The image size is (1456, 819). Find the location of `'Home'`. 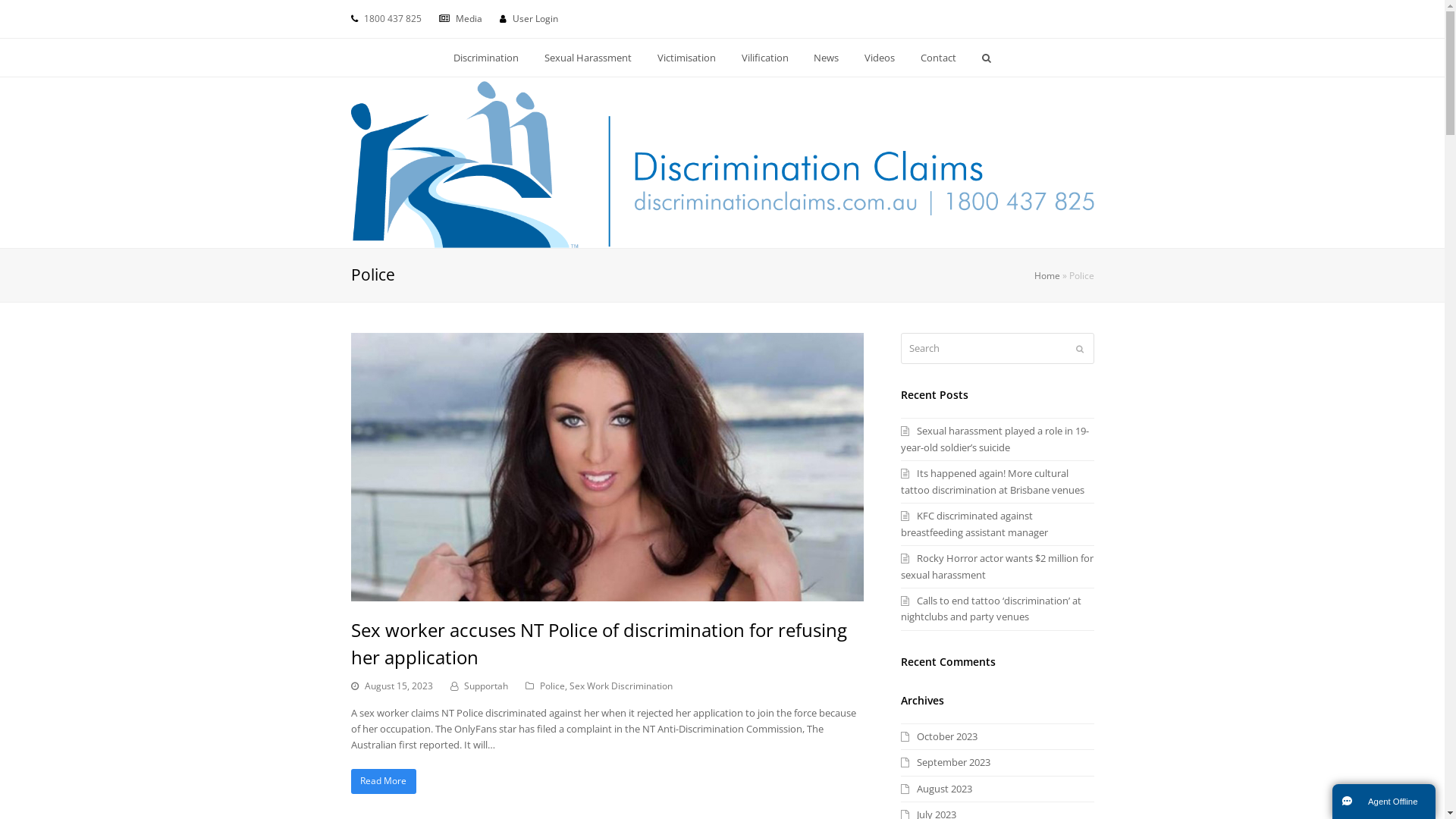

'Home' is located at coordinates (1046, 275).